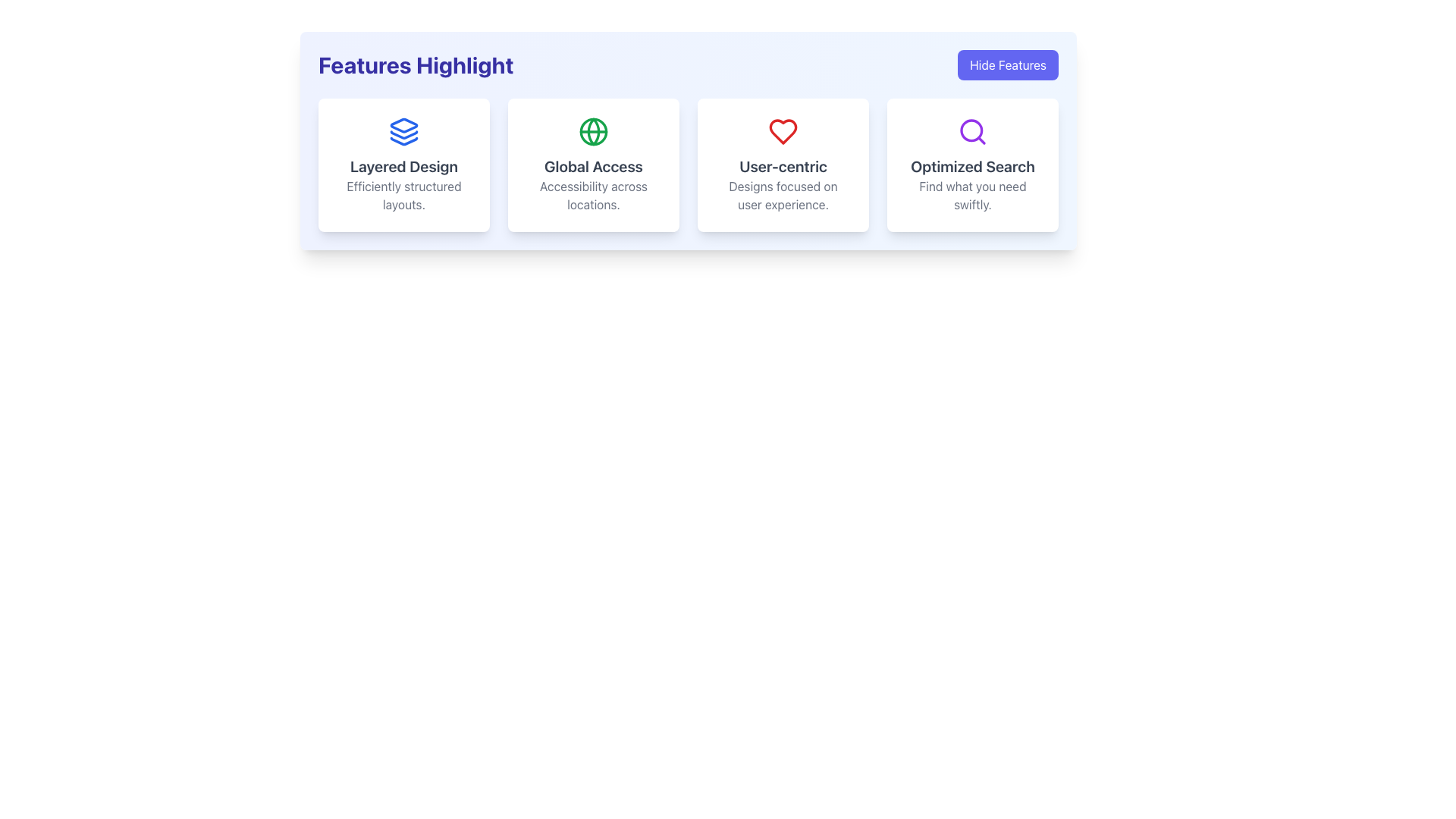 The image size is (1456, 819). Describe the element at coordinates (403, 166) in the screenshot. I see `text label that identifies the feature or service, which is located in the upper-left section of its card, directly below a blue icon in the 'Features Highlight' section` at that location.